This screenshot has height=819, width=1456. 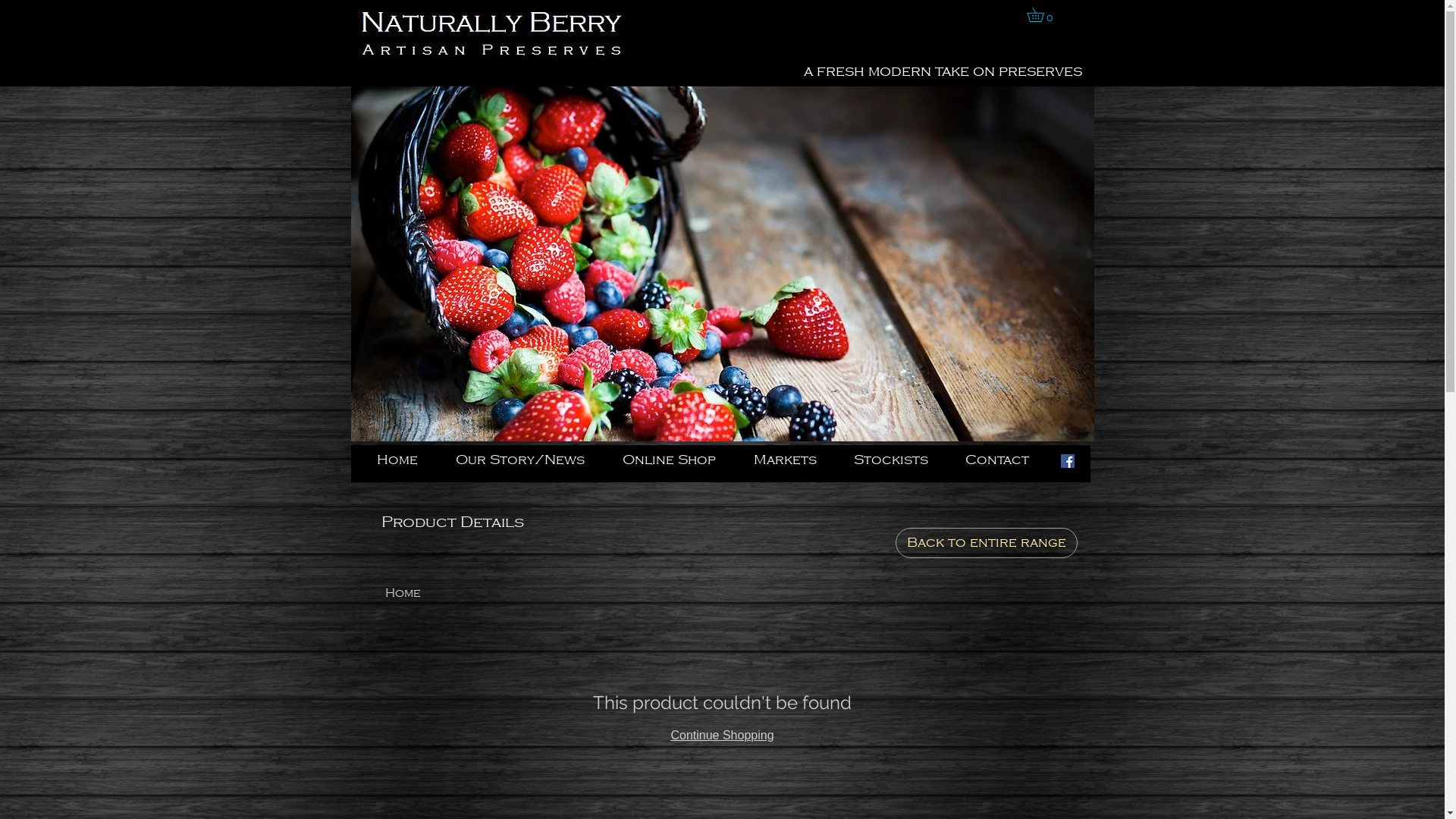 I want to click on 'Home', so click(x=404, y=459).